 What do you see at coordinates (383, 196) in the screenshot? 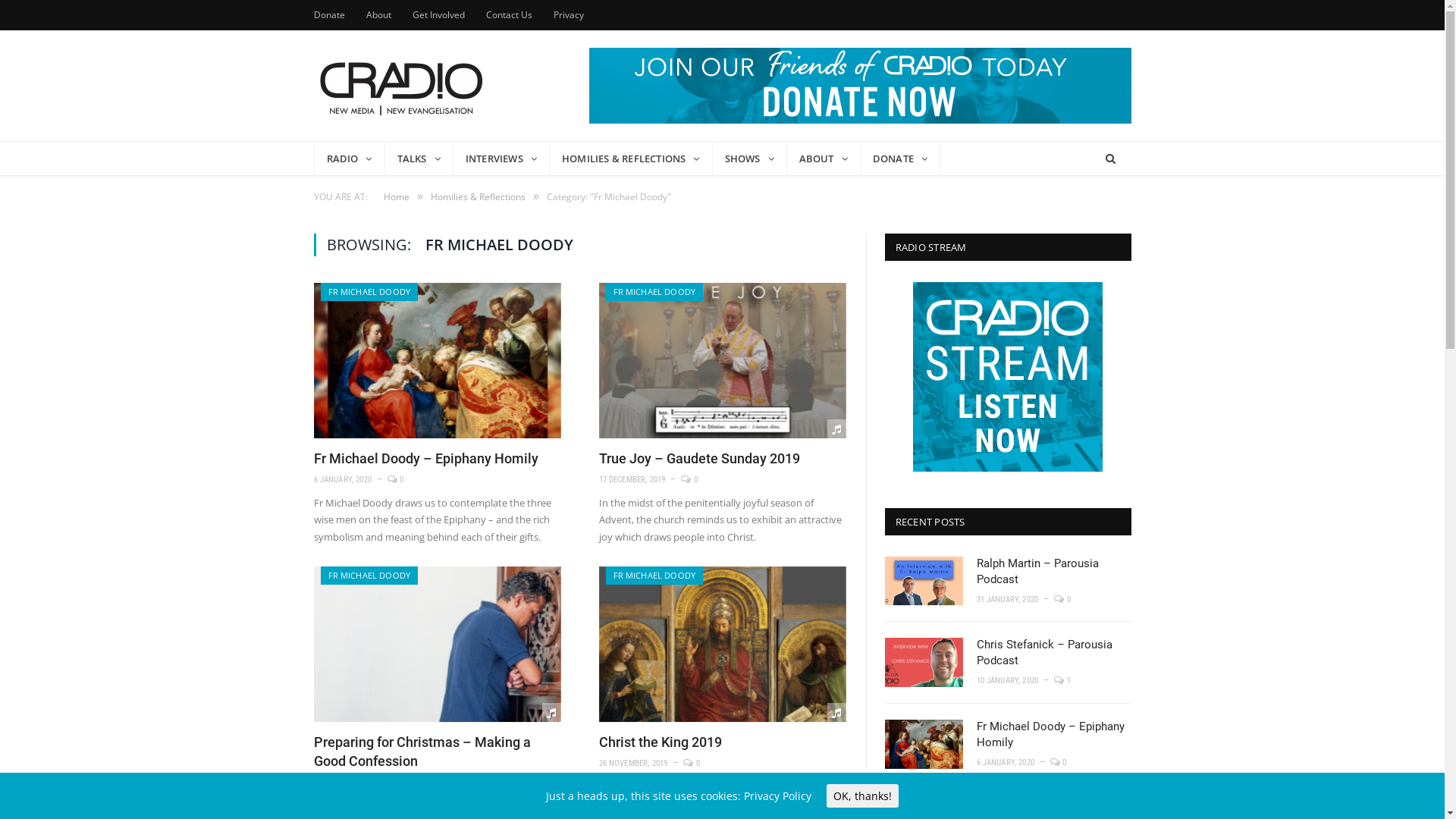
I see `'Home'` at bounding box center [383, 196].